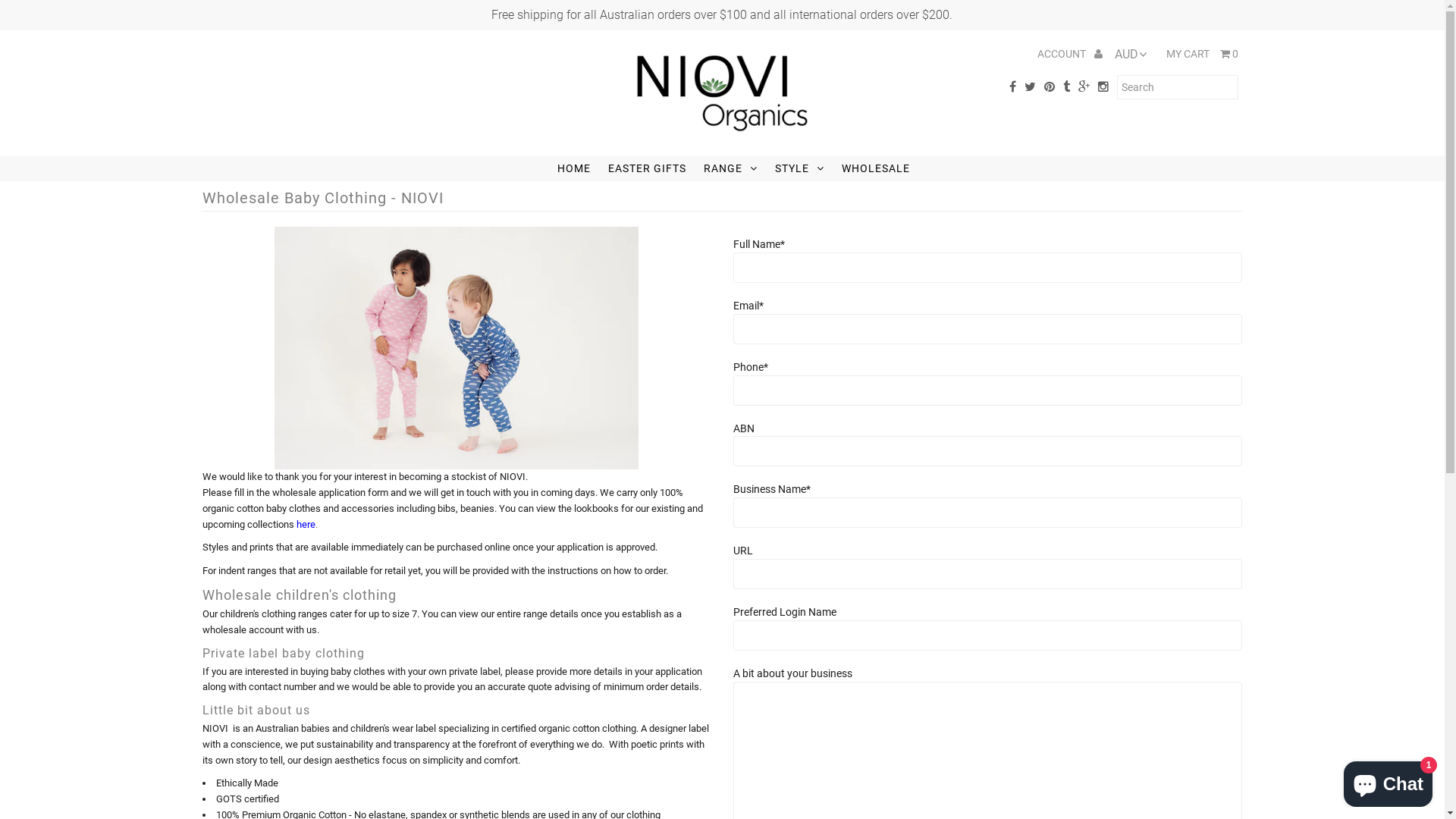  I want to click on 'WHOLESALE', so click(876, 168).